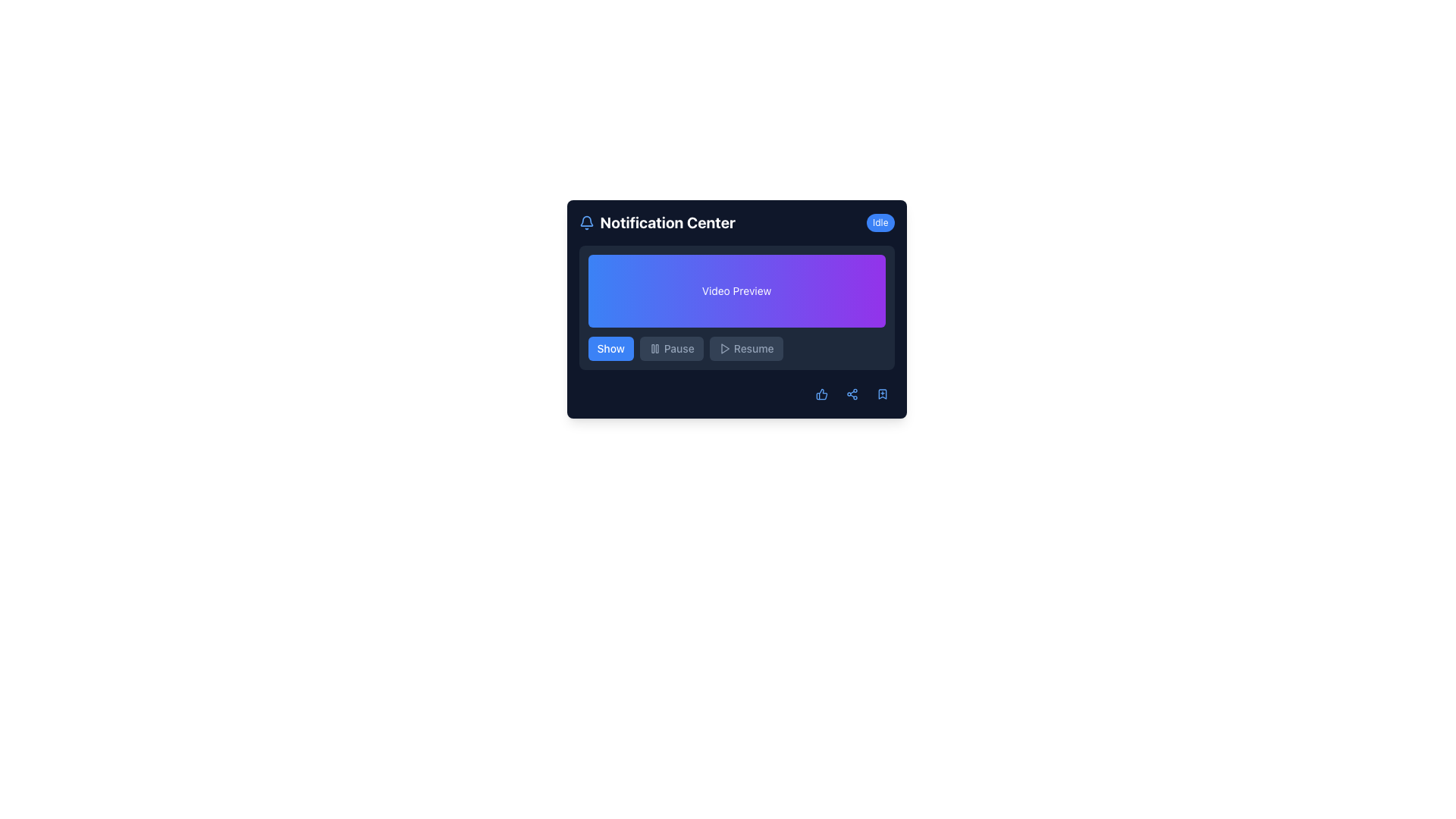  Describe the element at coordinates (882, 394) in the screenshot. I see `the small blue bookmark icon with a '+' symbol located at the bottom-right of the notification panel` at that location.